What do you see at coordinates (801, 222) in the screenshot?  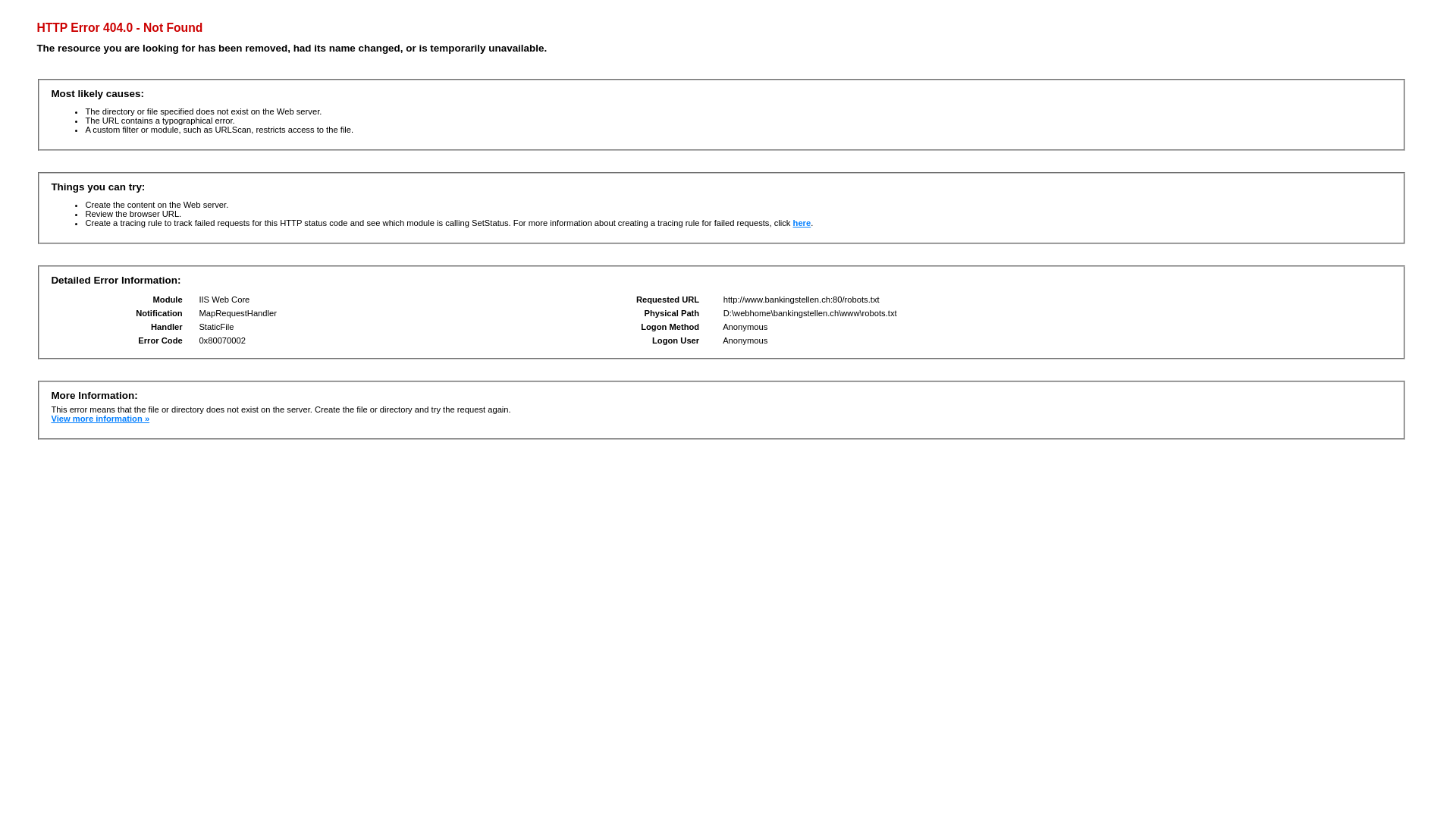 I see `'here'` at bounding box center [801, 222].